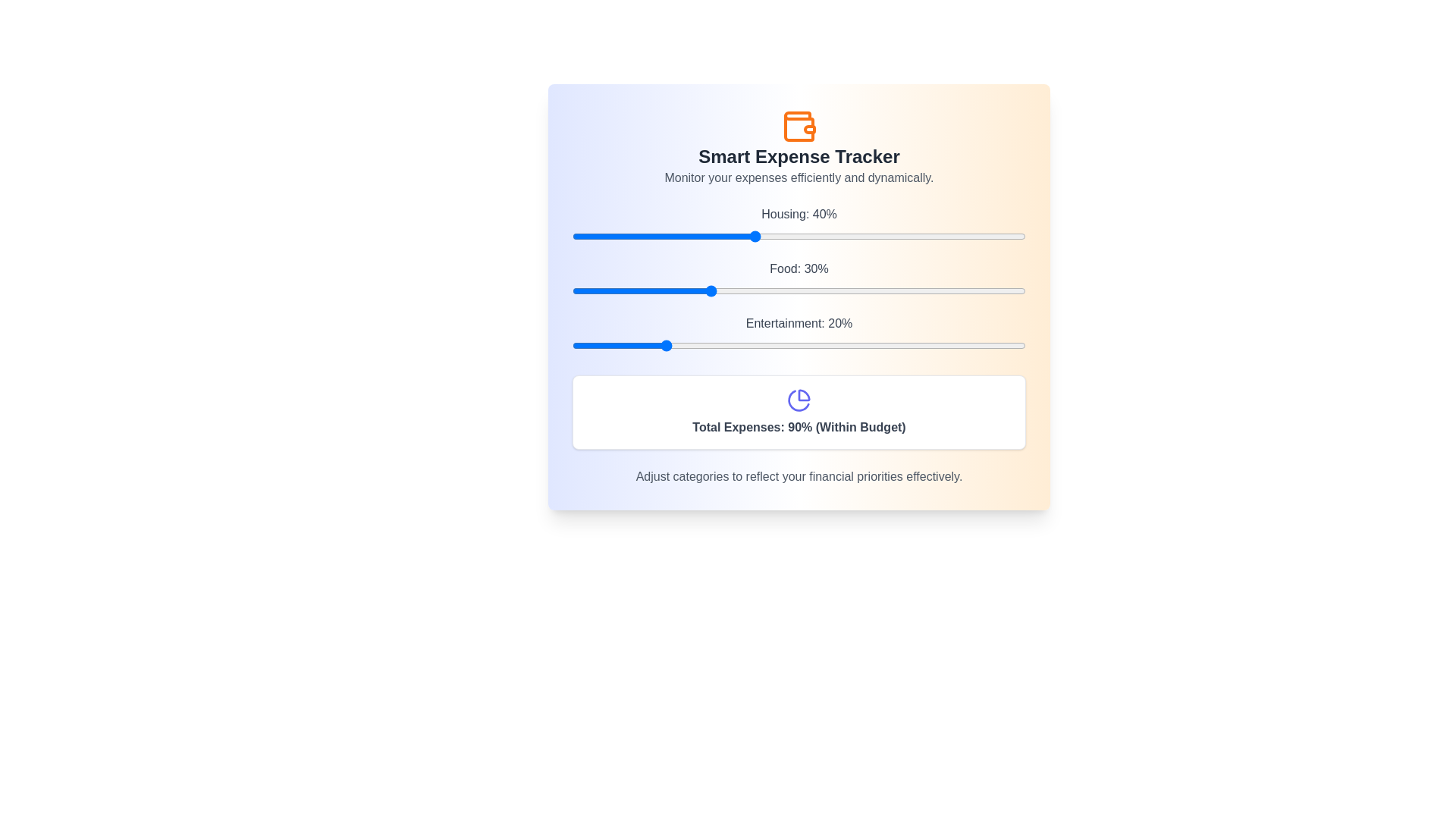 This screenshot has height=819, width=1456. Describe the element at coordinates (613, 291) in the screenshot. I see `the Food slider to set its value to 9%` at that location.